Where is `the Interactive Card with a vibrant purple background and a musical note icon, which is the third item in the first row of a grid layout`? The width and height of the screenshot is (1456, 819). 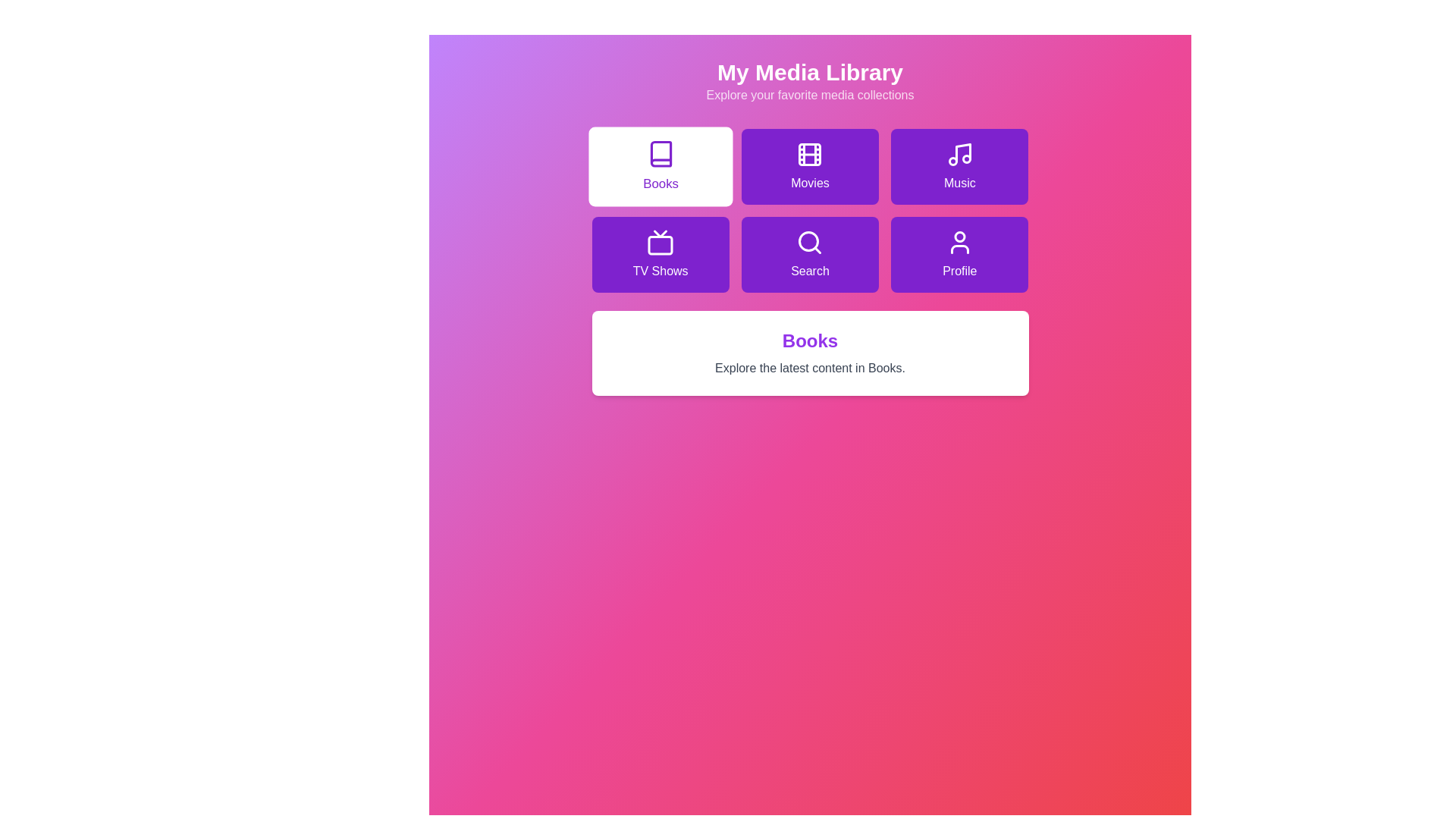
the Interactive Card with a vibrant purple background and a musical note icon, which is the third item in the first row of a grid layout is located at coordinates (959, 166).